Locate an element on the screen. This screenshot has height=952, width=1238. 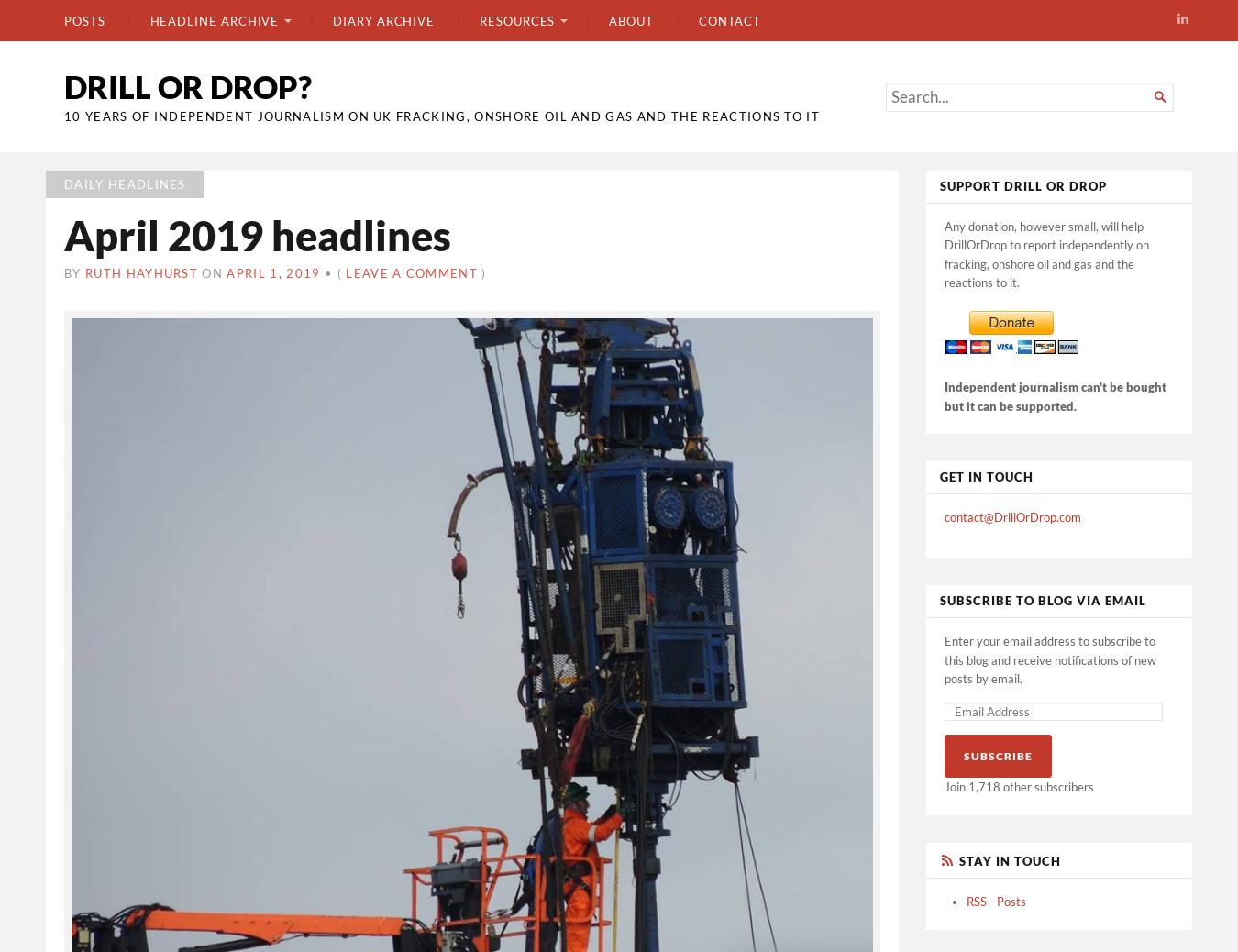
'Posts' is located at coordinates (63, 19).